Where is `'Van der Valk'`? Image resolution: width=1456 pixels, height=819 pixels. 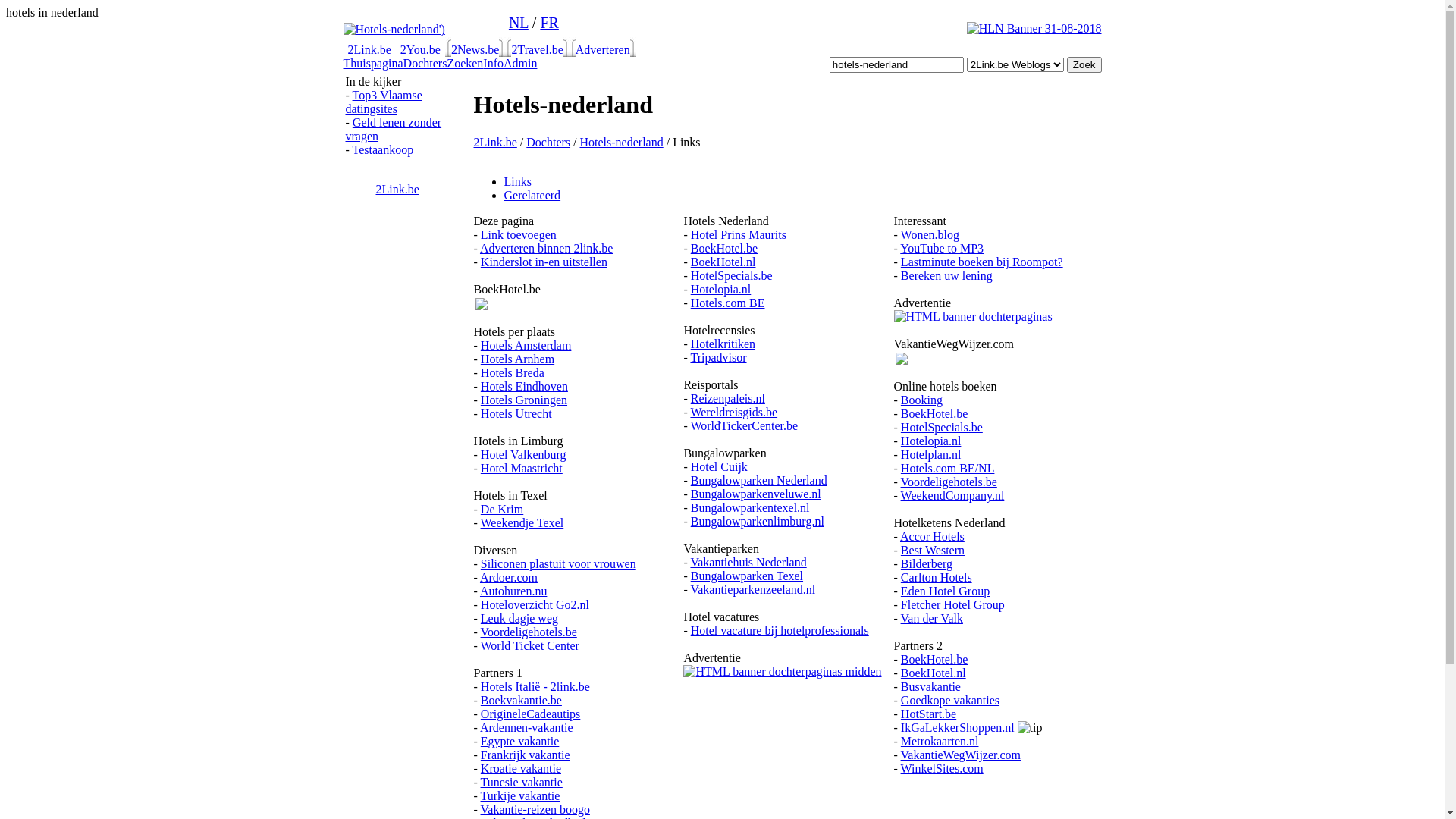
'Van der Valk' is located at coordinates (930, 618).